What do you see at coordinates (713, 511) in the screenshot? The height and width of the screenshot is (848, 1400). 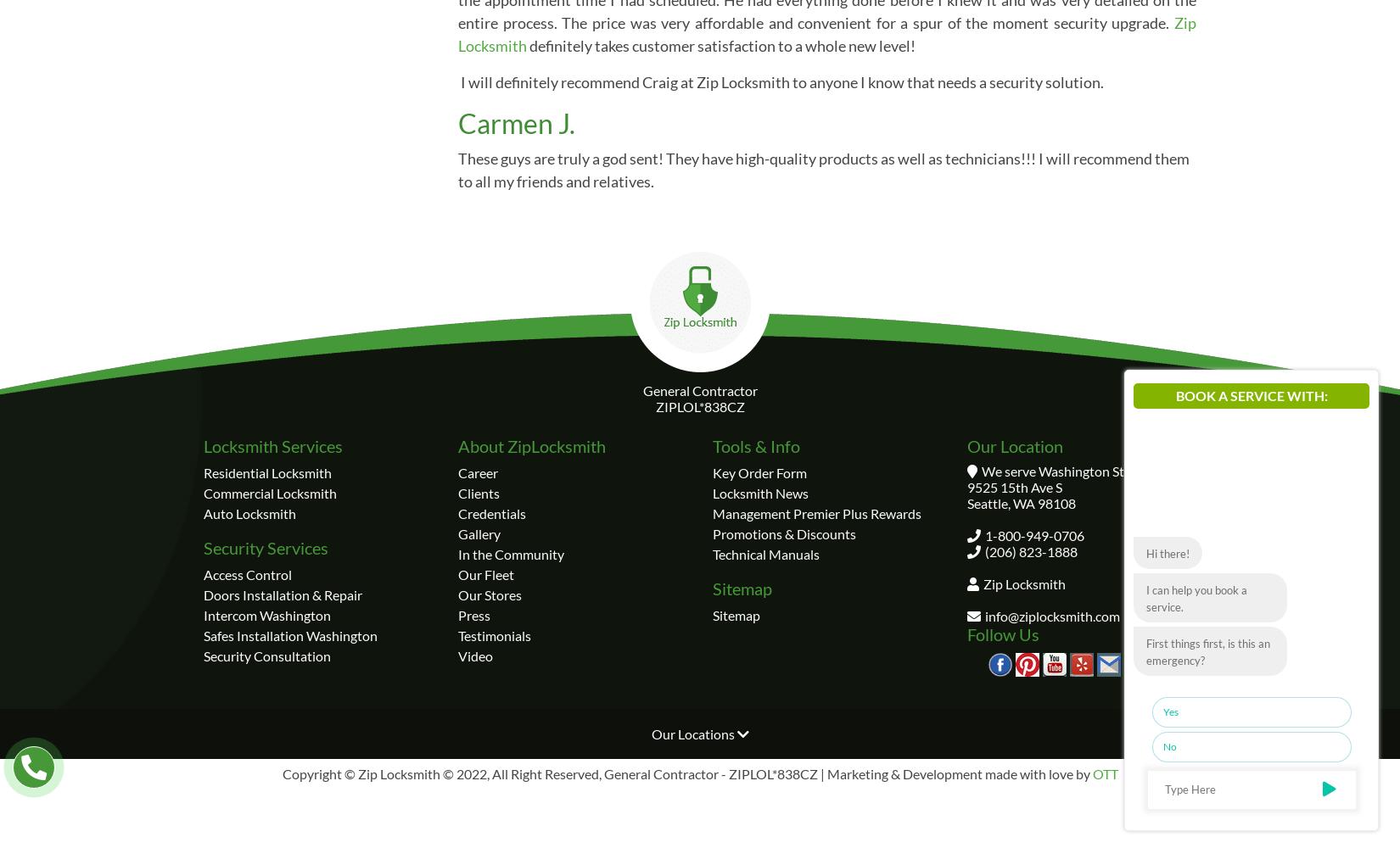 I see `'Management Premier Plus Rewards'` at bounding box center [713, 511].